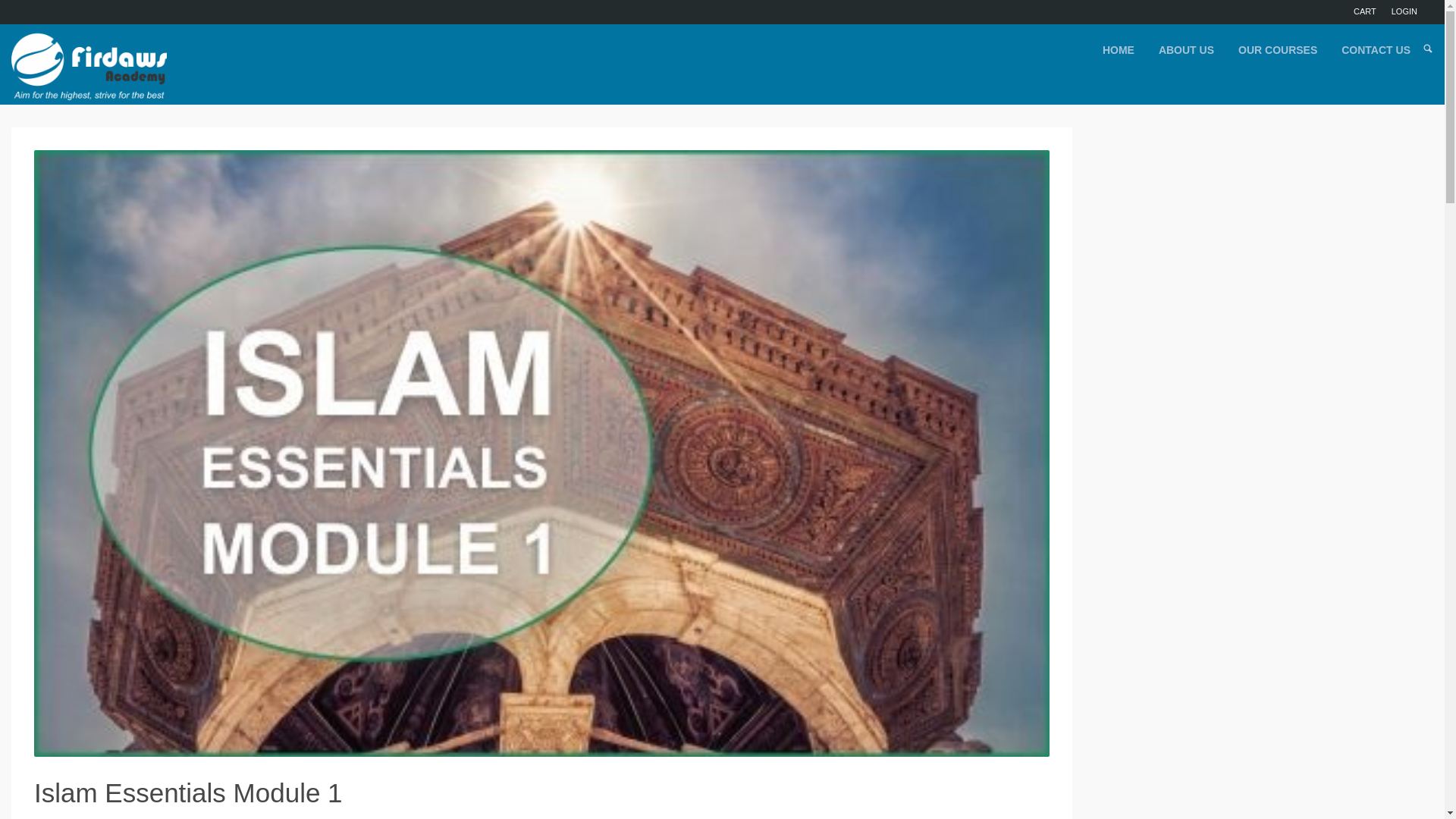  Describe the element at coordinates (1098, 49) in the screenshot. I see `'HOME'` at that location.